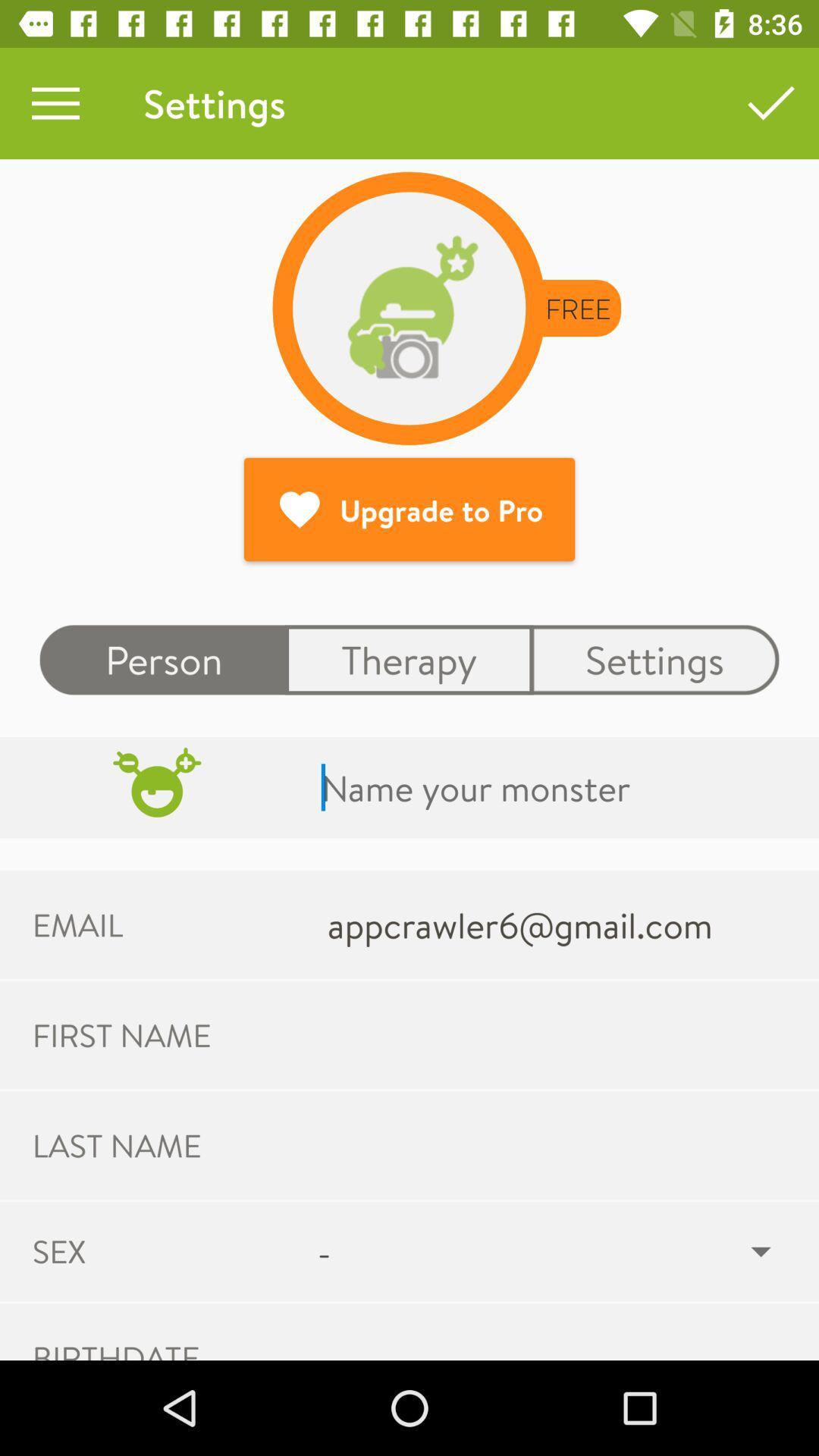  I want to click on last name, so click(555, 1145).